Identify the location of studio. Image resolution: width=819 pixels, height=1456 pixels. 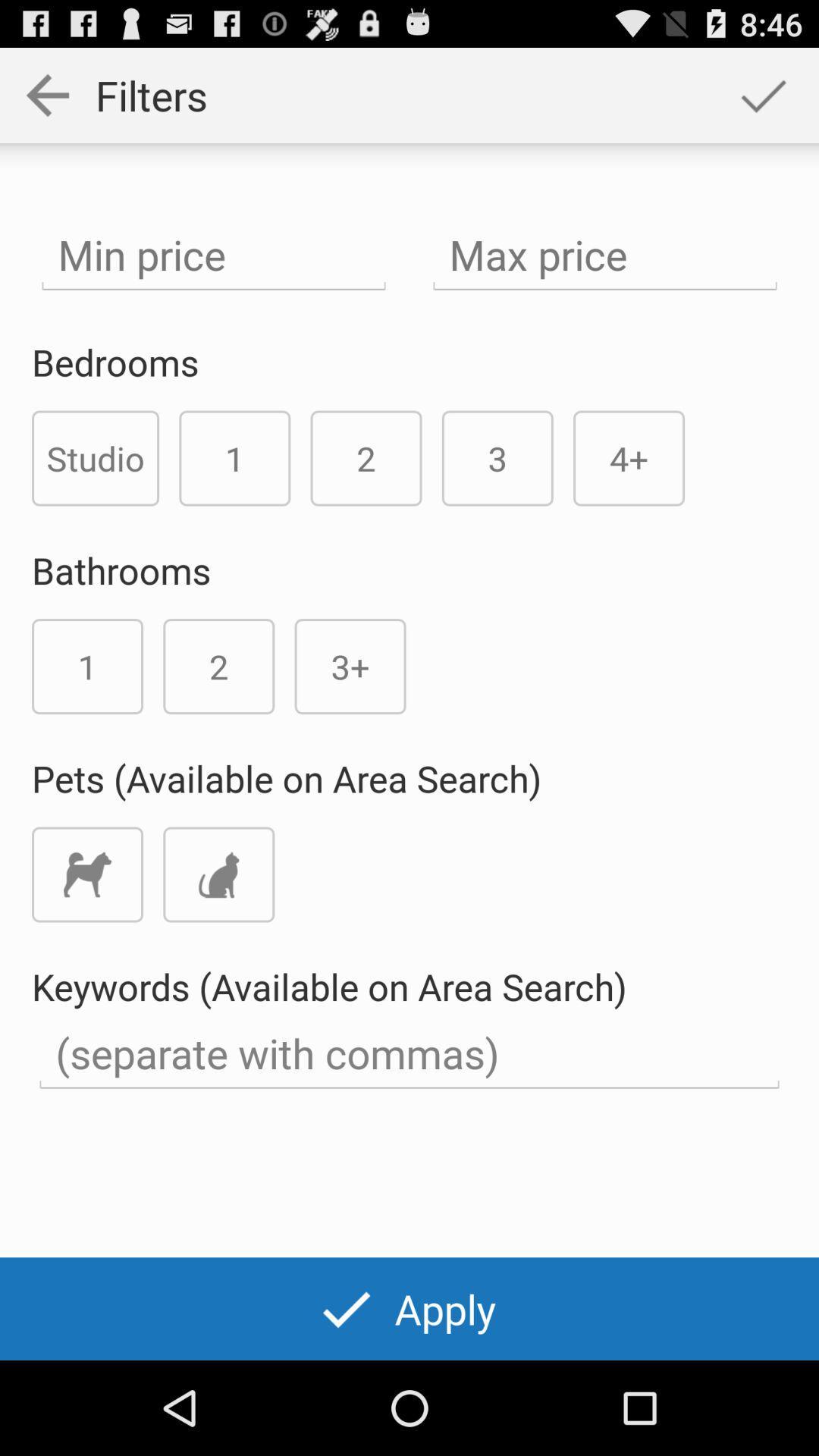
(96, 457).